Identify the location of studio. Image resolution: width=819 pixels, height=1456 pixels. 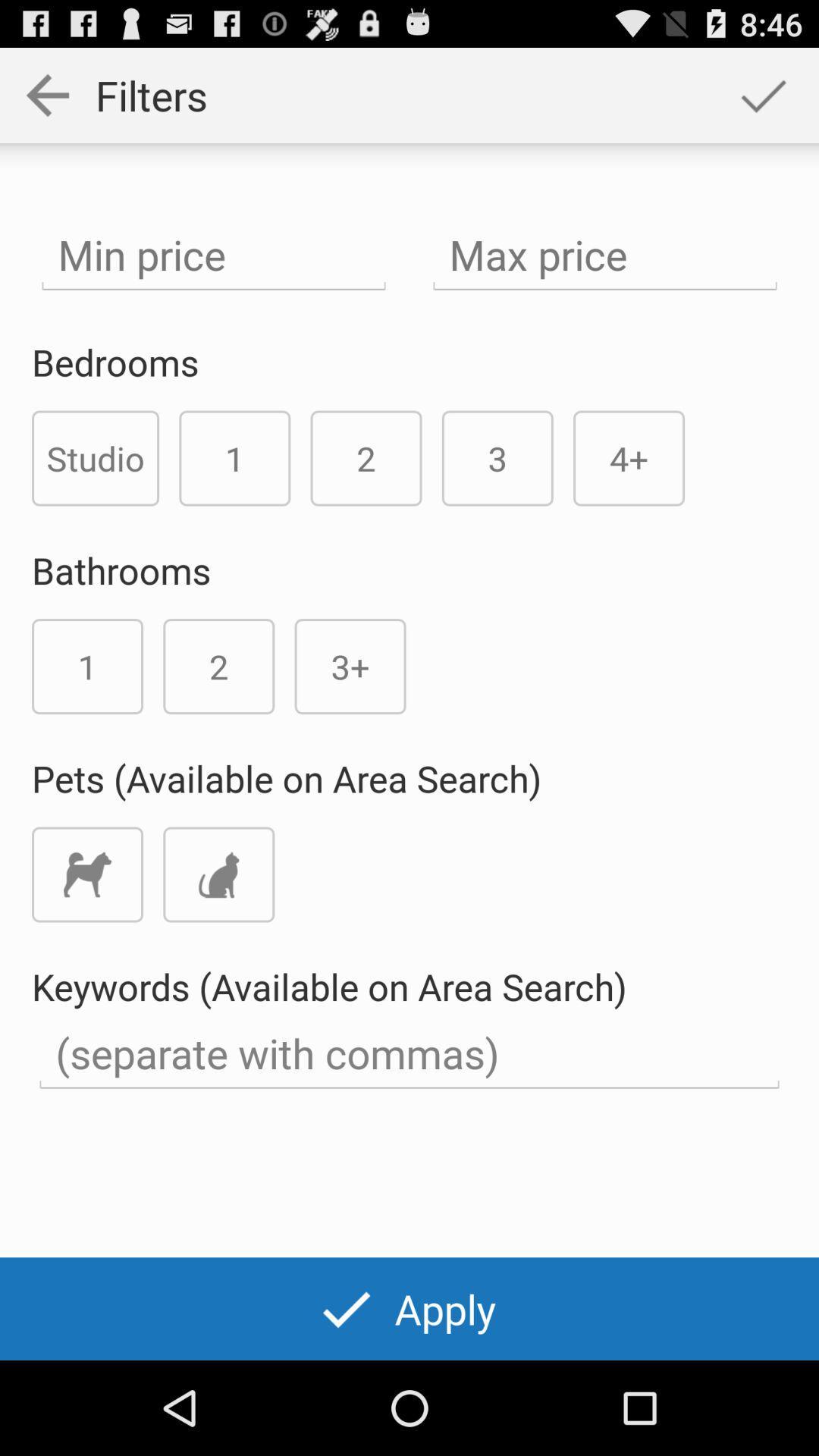
(96, 457).